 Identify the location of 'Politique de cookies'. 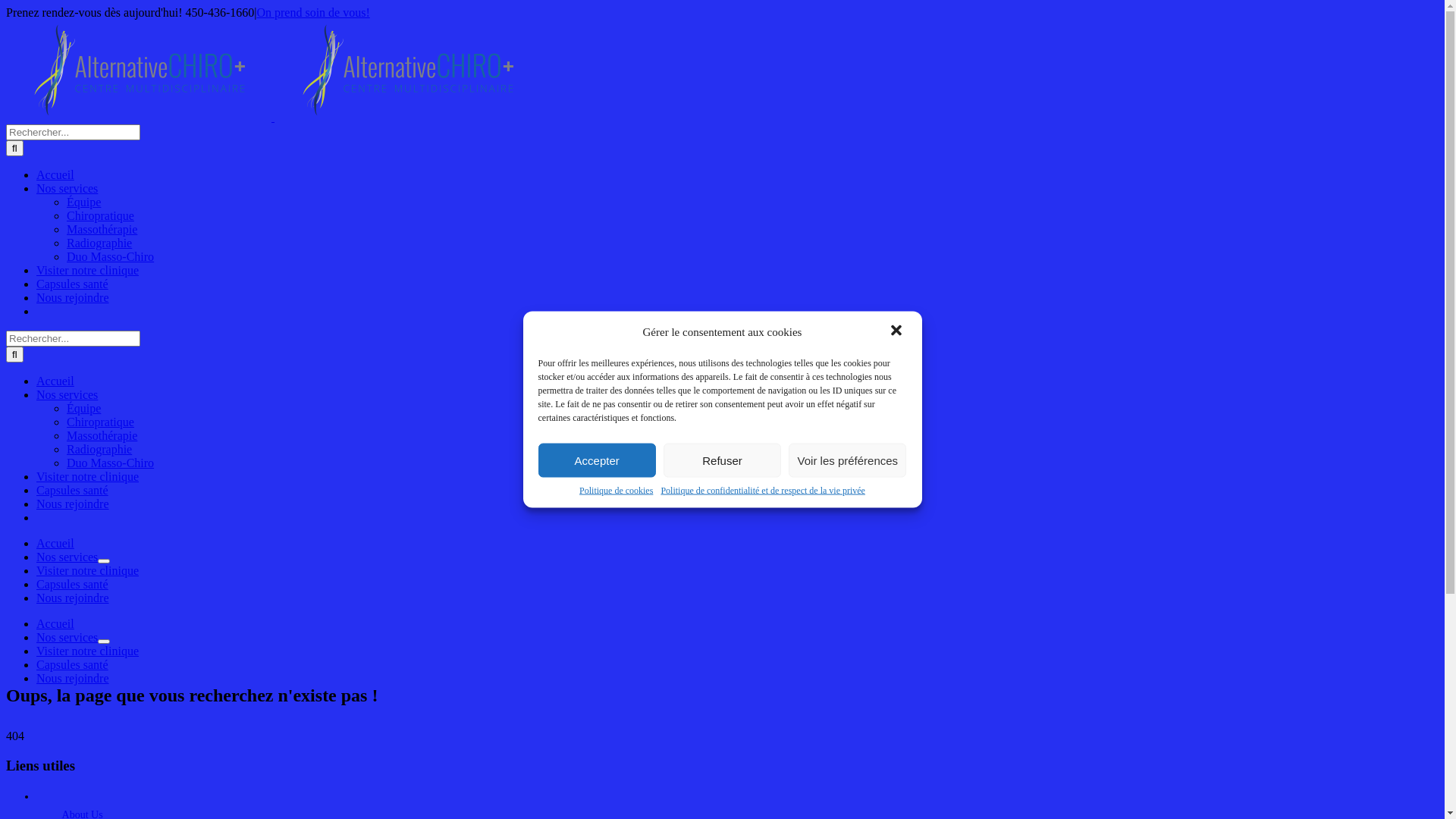
(578, 491).